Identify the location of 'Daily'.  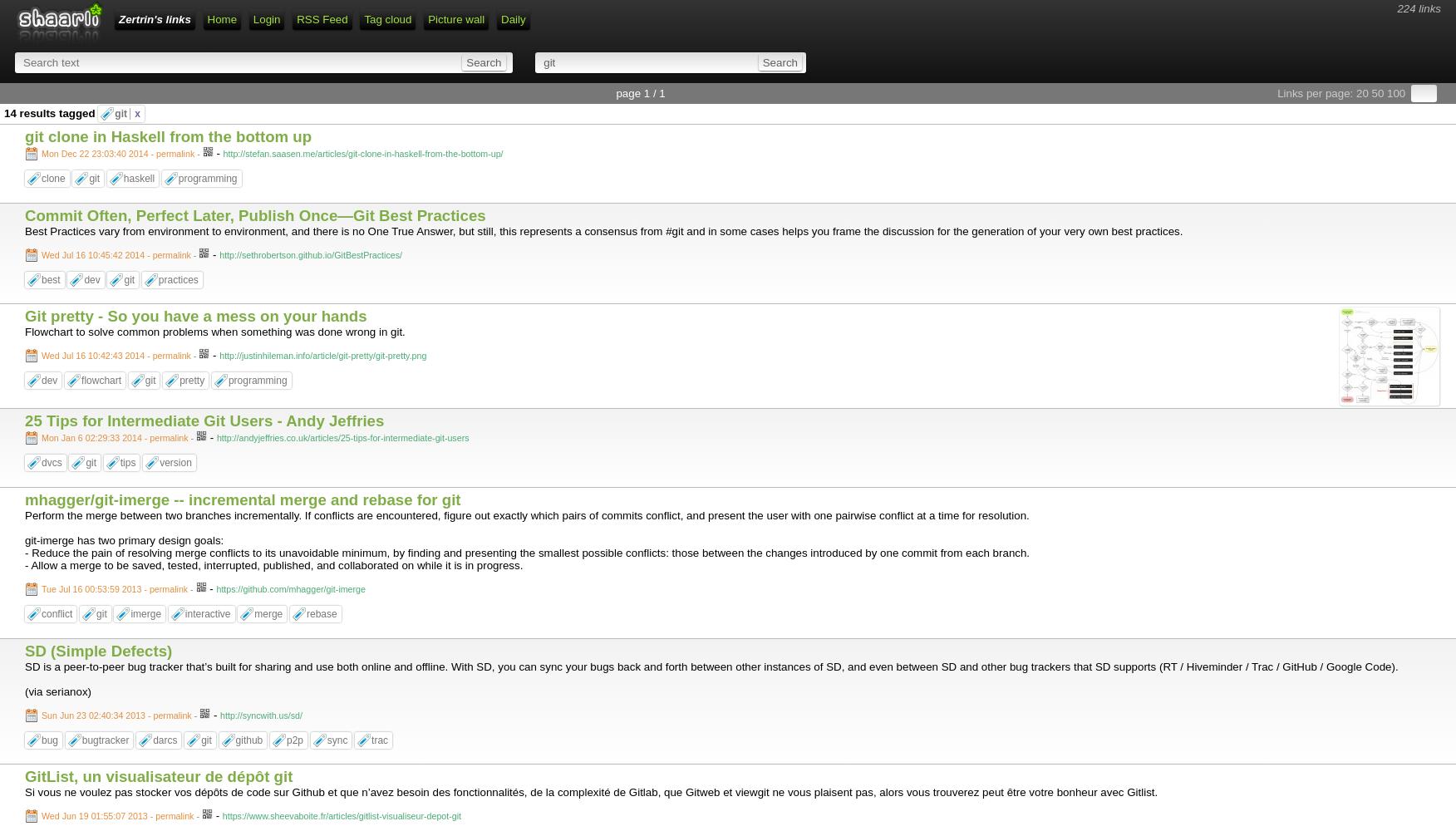
(501, 19).